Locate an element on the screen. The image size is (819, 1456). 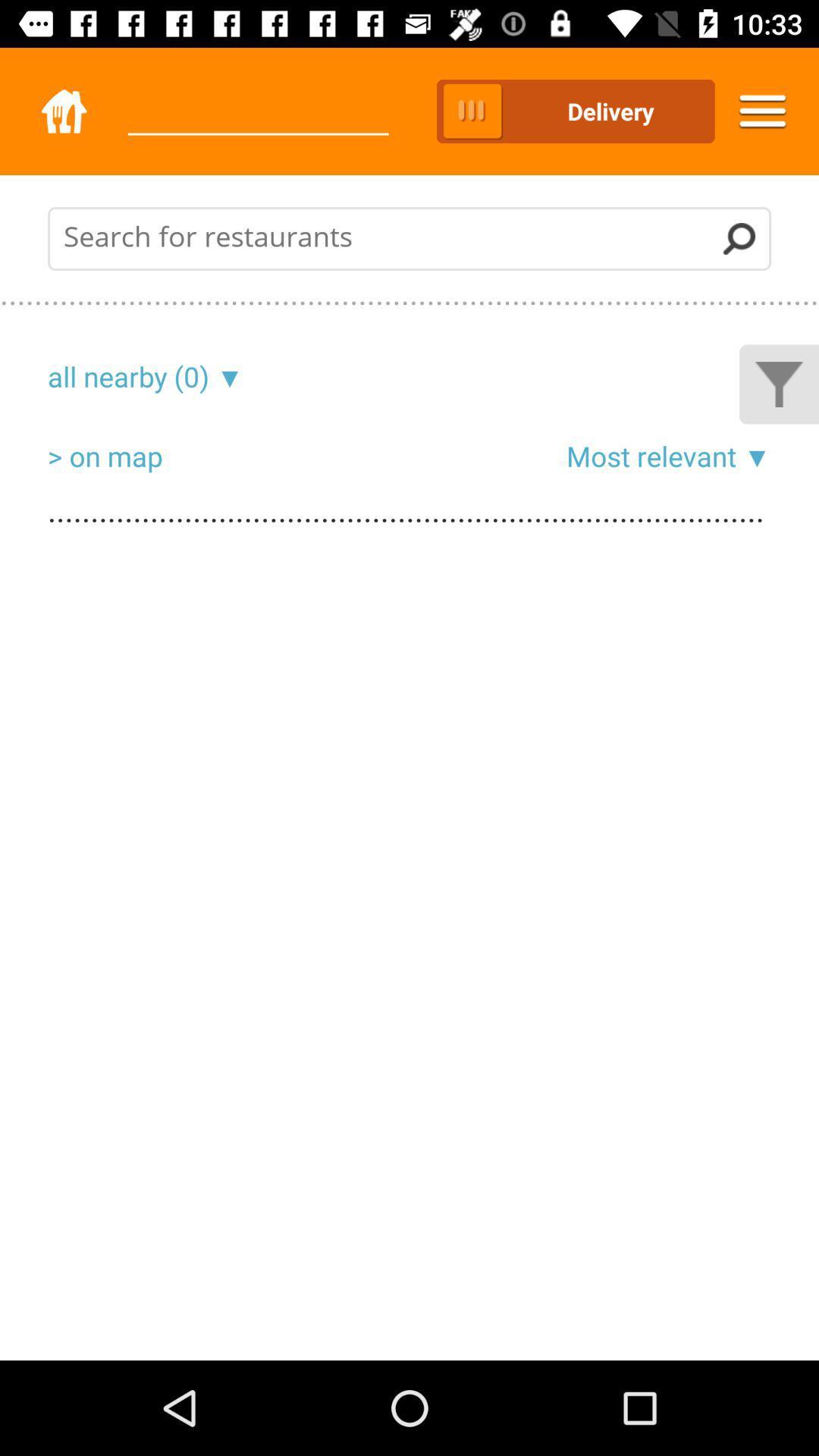
the icon above the .................................................................................................................................................................................................................................................................................................................................................................................................................................................................................................... is located at coordinates (754, 455).